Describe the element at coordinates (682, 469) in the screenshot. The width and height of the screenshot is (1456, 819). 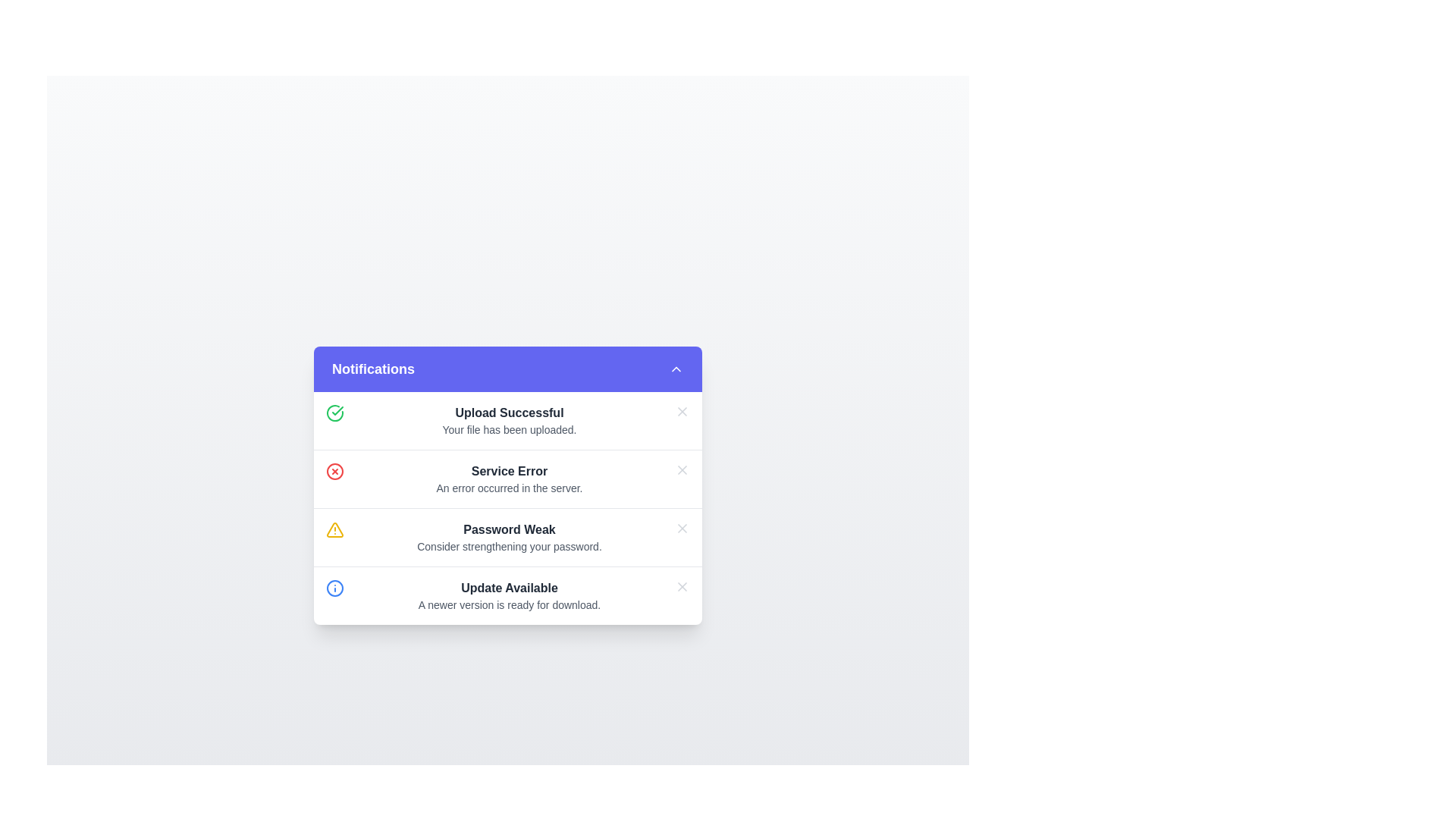
I see `the close button located within the 'Service Error' notification card to observe the hover effects` at that location.